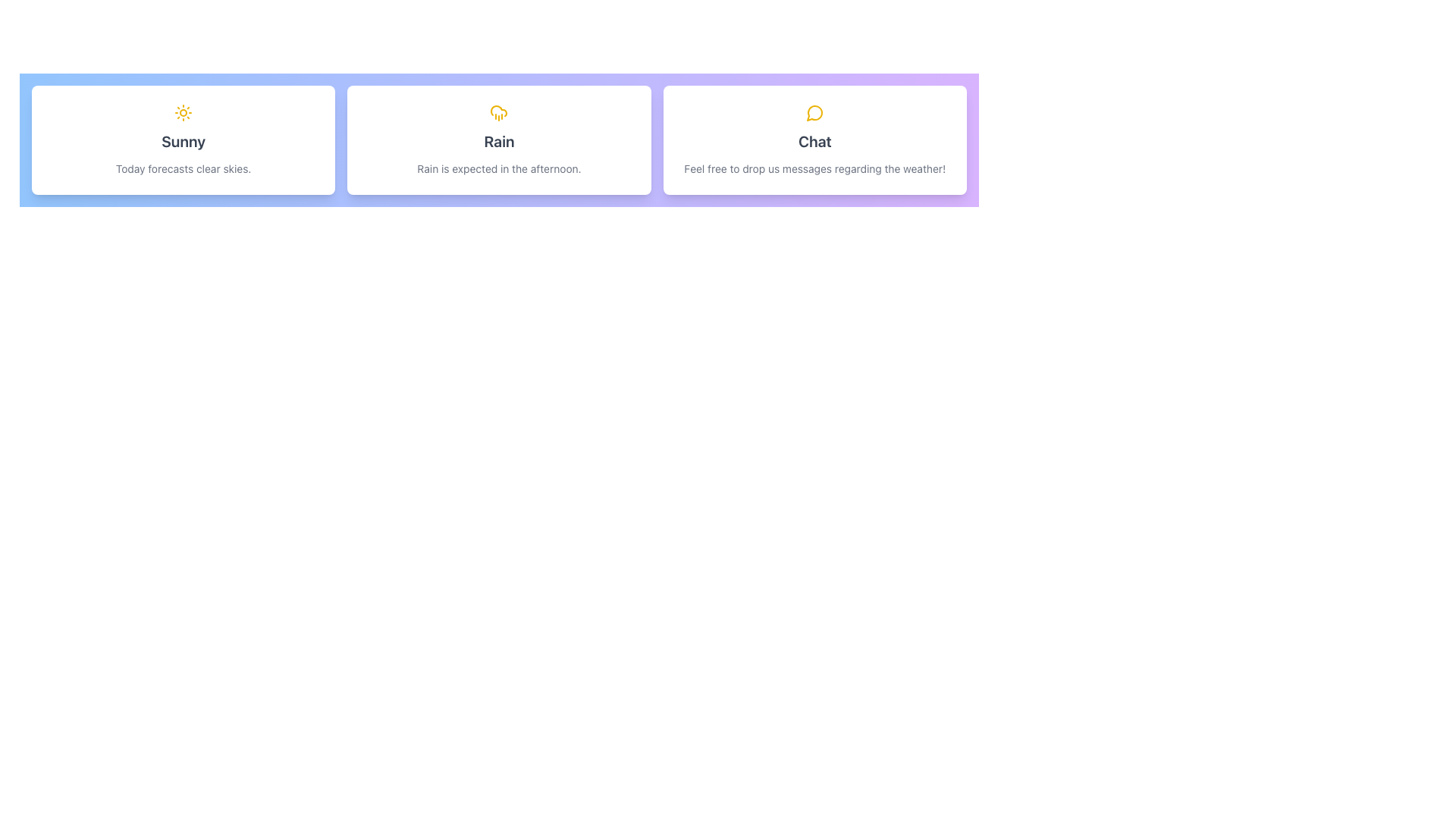 This screenshot has width=1456, height=819. I want to click on informational text label located beneath the title 'Chat' in the rightmost card, which provides context for the 'Chat' feature, so click(814, 169).